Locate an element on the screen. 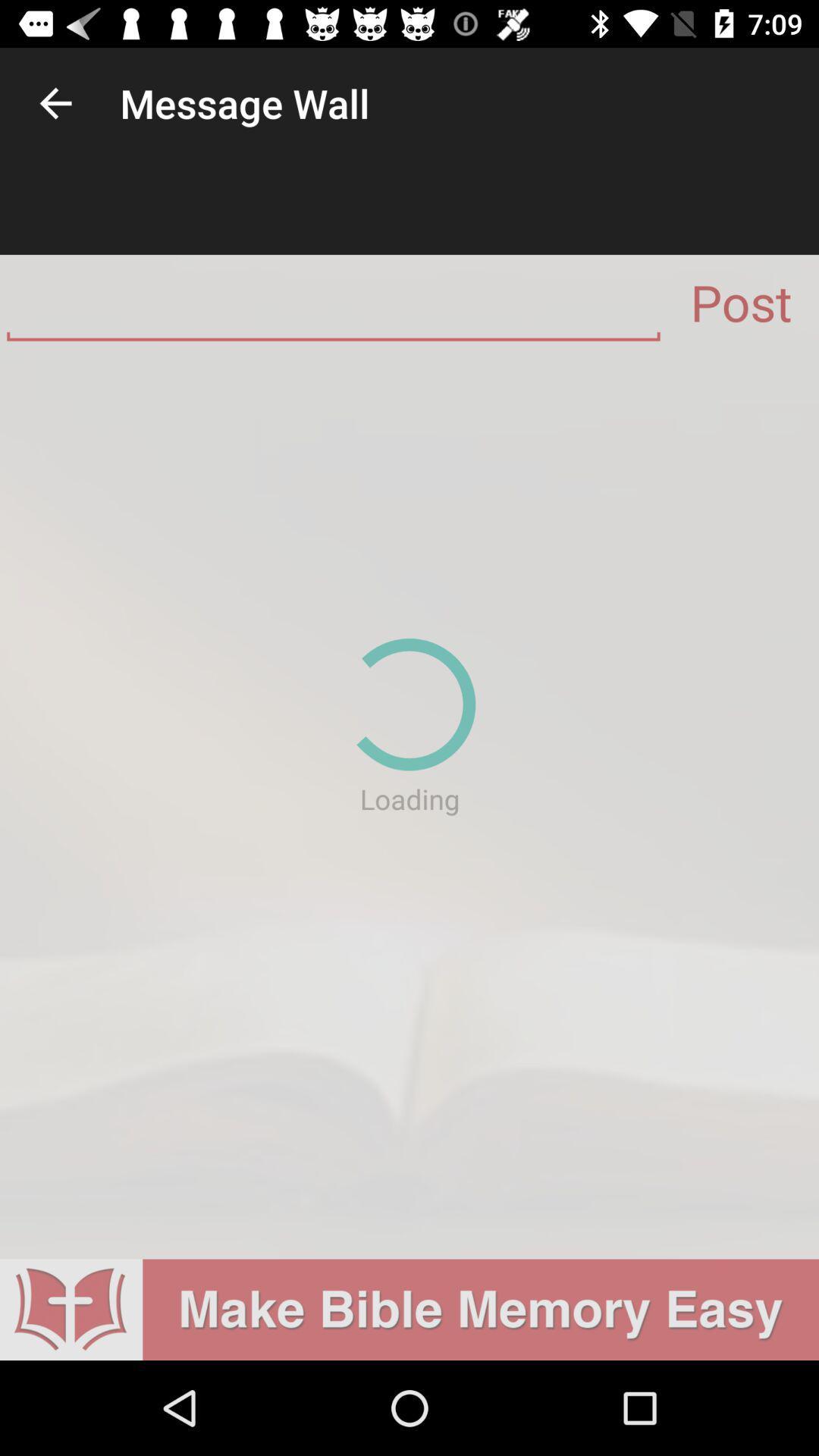 Image resolution: width=819 pixels, height=1456 pixels. message is located at coordinates (332, 308).